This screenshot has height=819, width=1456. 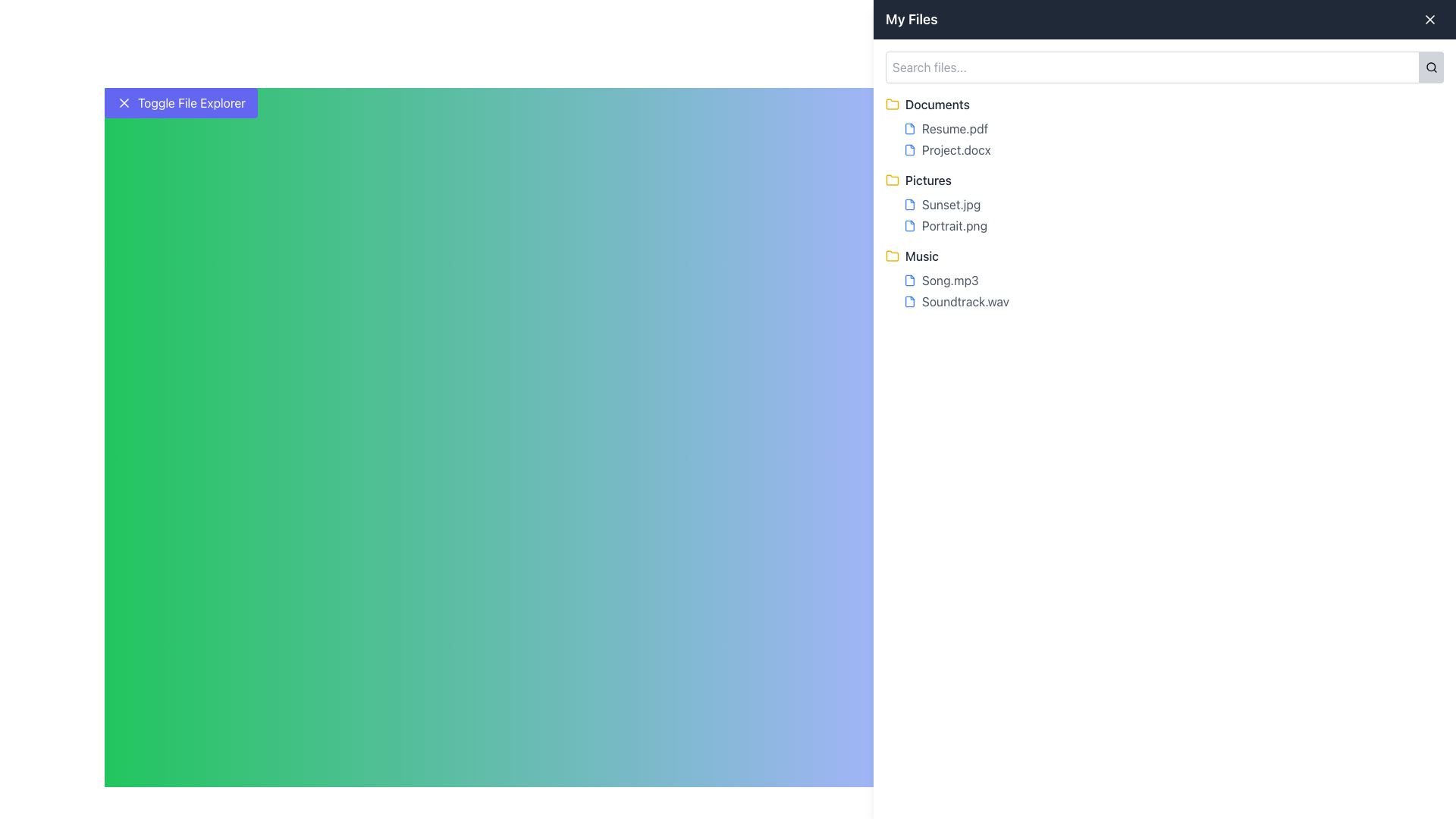 What do you see at coordinates (892, 104) in the screenshot?
I see `the 'Documents' folder icon in the file explorer` at bounding box center [892, 104].